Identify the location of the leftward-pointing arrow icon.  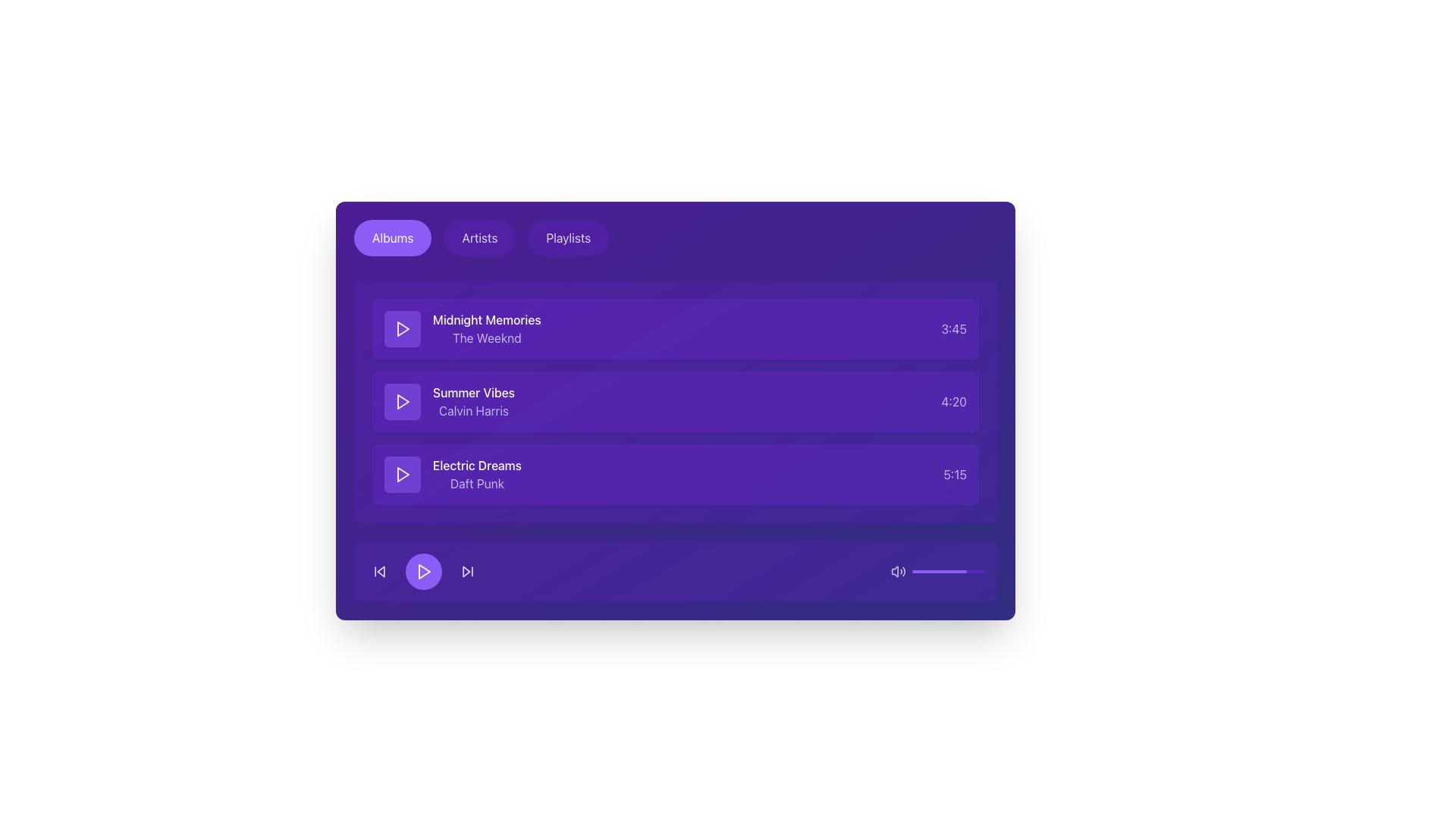
(381, 571).